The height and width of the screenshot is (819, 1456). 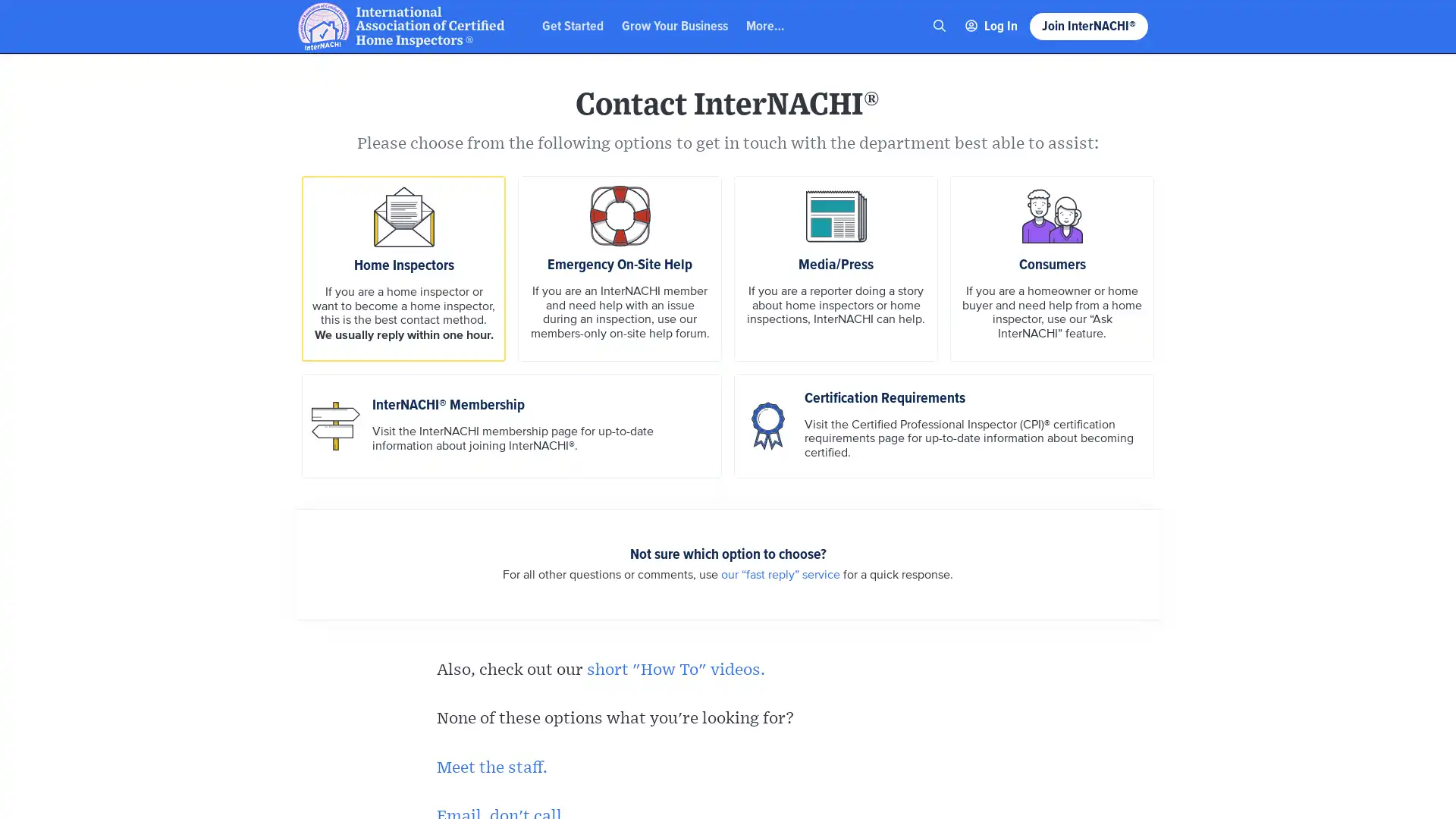 What do you see at coordinates (1388, 25) in the screenshot?
I see `Back to Top` at bounding box center [1388, 25].